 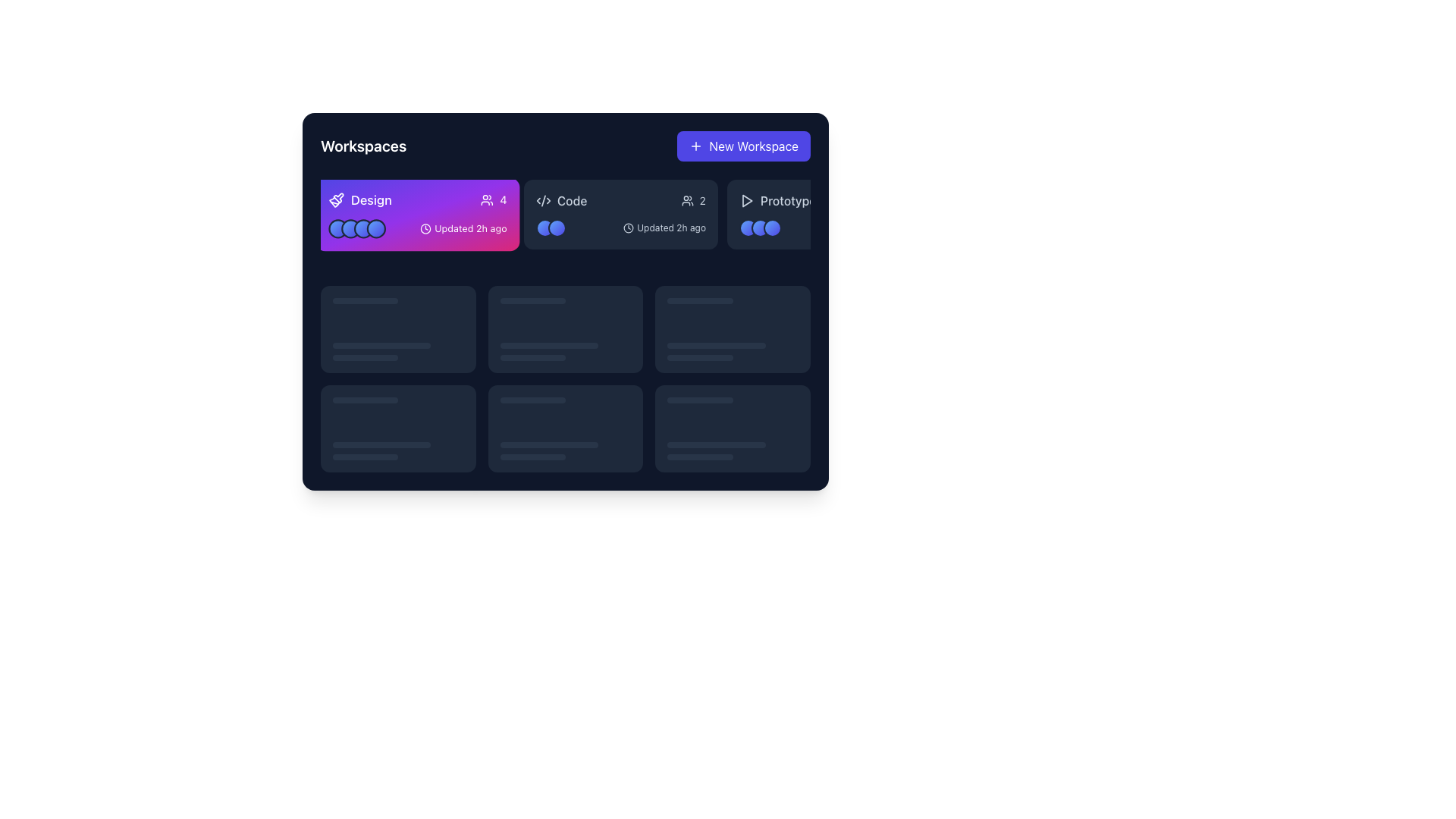 I want to click on the placeholder loading indicator, which consists of two horizontal dark-toned bars stacked vertically with rounded edges, located in the second row, rightmost column of a grid layout, so click(x=733, y=352).